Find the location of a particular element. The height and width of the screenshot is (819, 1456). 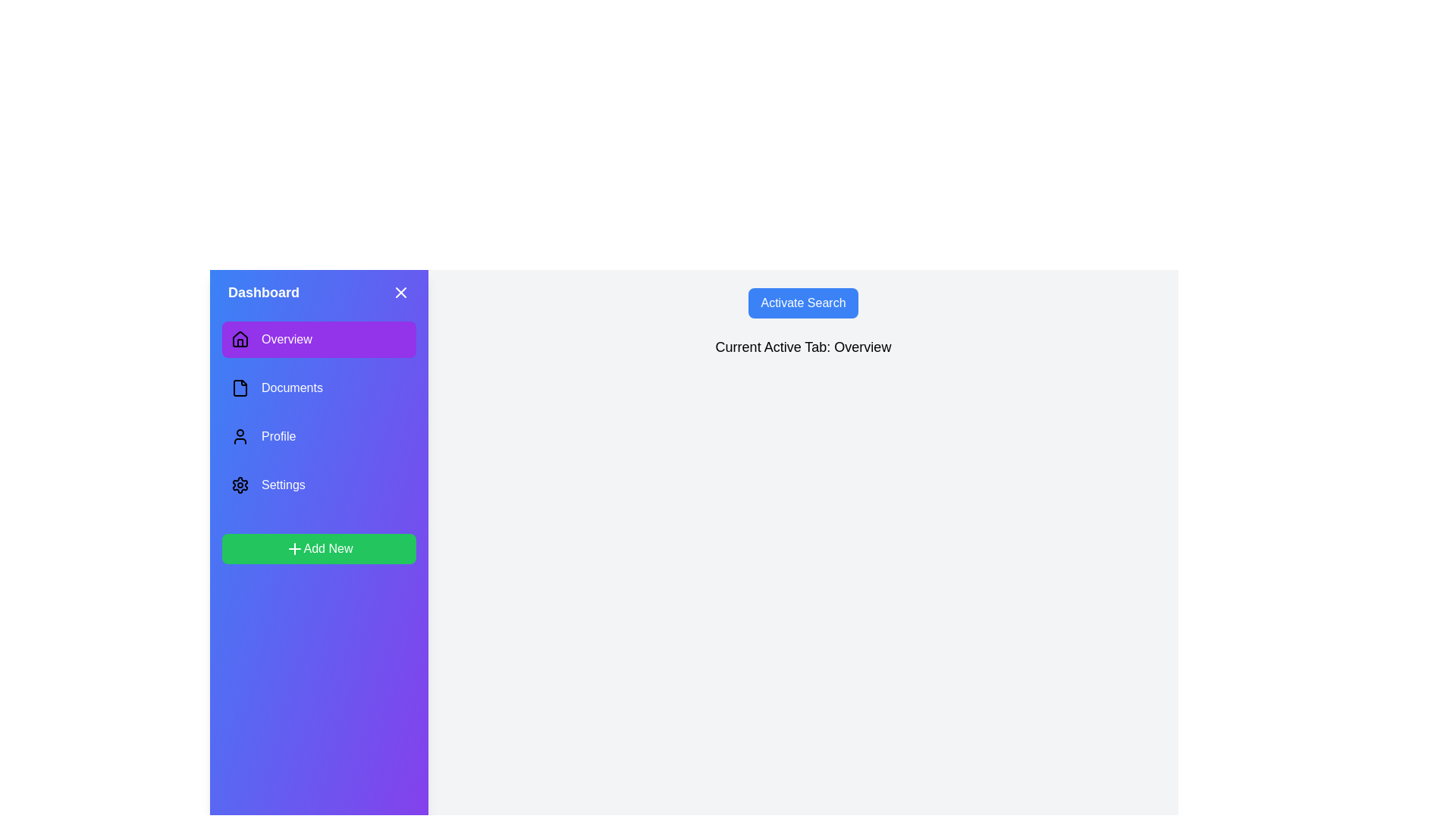

the bold, white-colored 'Dashboard' label located in the top-left section of the sidebar with a larger font size on a blue gradient background is located at coordinates (264, 292).